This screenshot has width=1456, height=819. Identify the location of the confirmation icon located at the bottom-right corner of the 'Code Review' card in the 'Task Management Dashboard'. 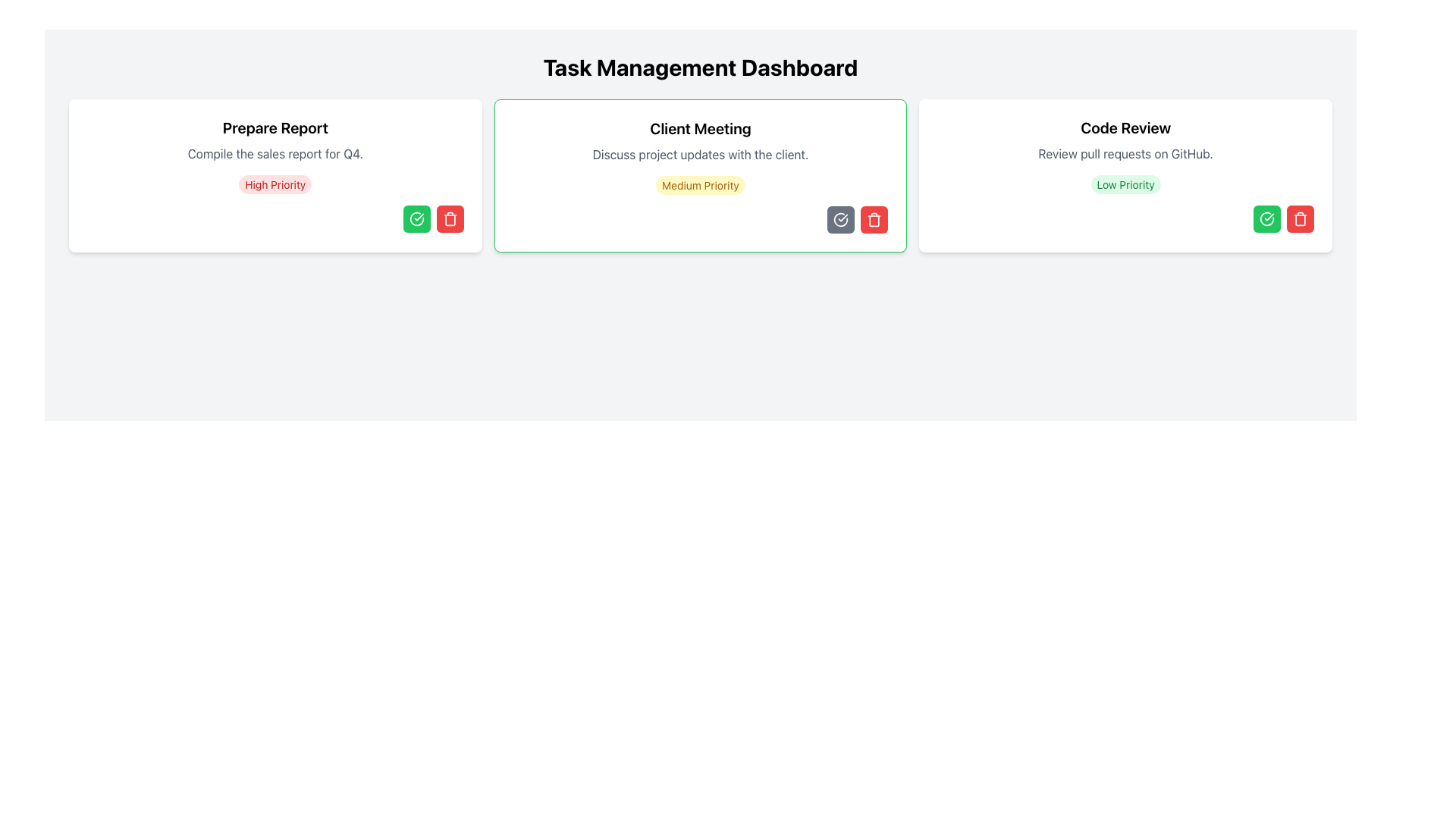
(1266, 219).